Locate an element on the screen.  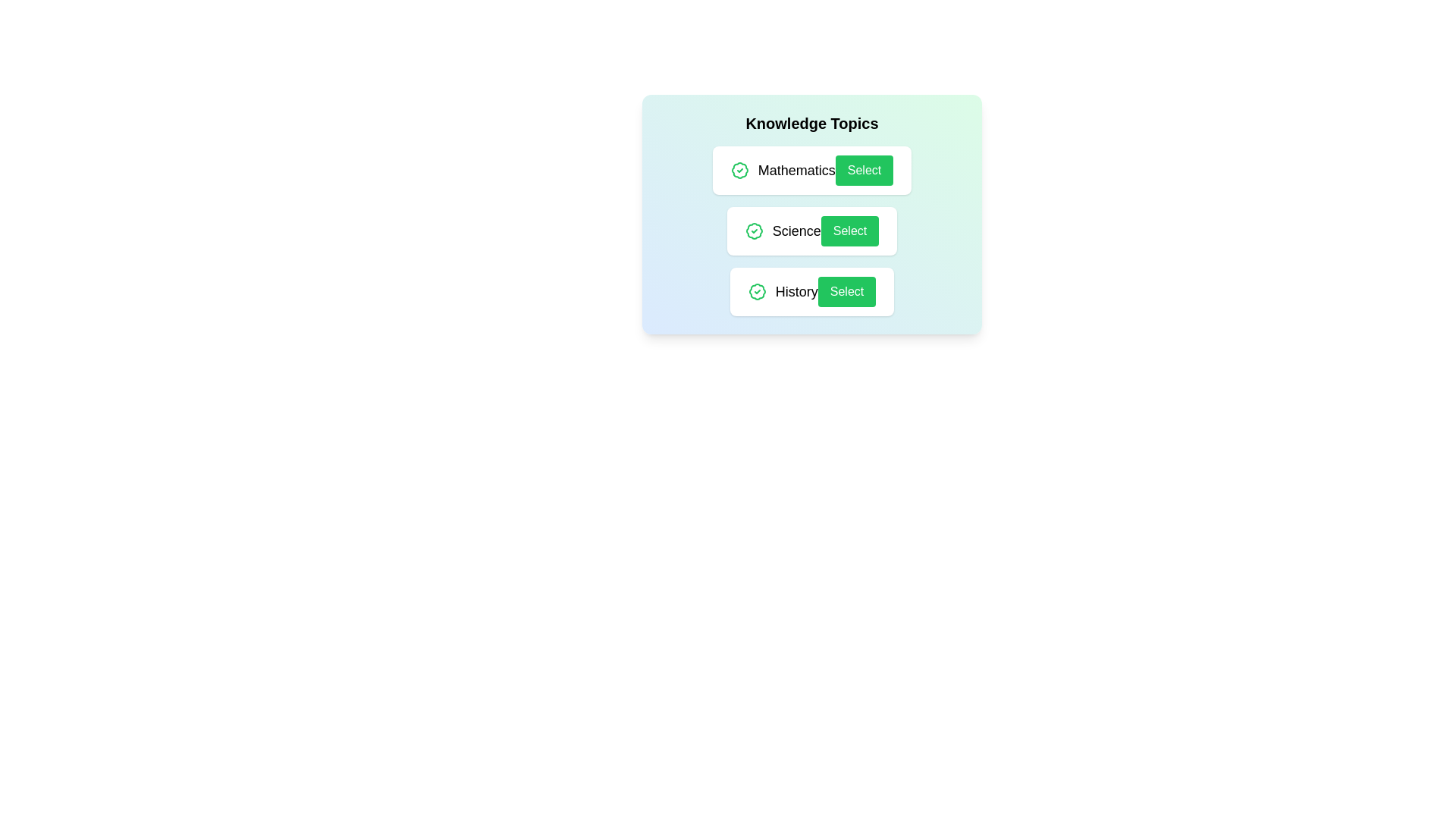
the topic name Science to focus or select it is located at coordinates (795, 231).